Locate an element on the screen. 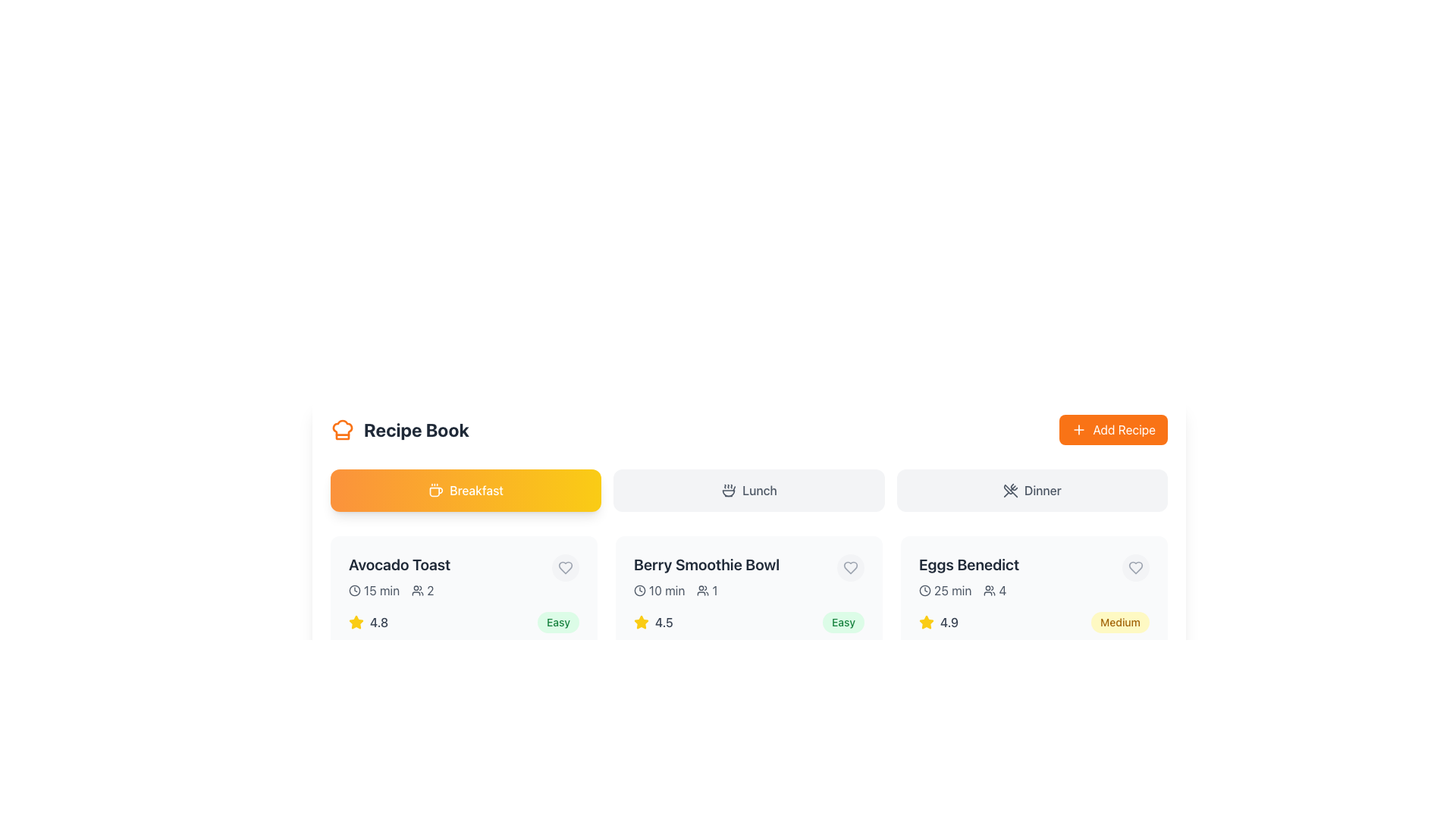 The height and width of the screenshot is (819, 1456). the heart-shaped icon button located in the top-right corner of the card labeled 'Eggs Benedict' to like or unlike it is located at coordinates (1135, 567).